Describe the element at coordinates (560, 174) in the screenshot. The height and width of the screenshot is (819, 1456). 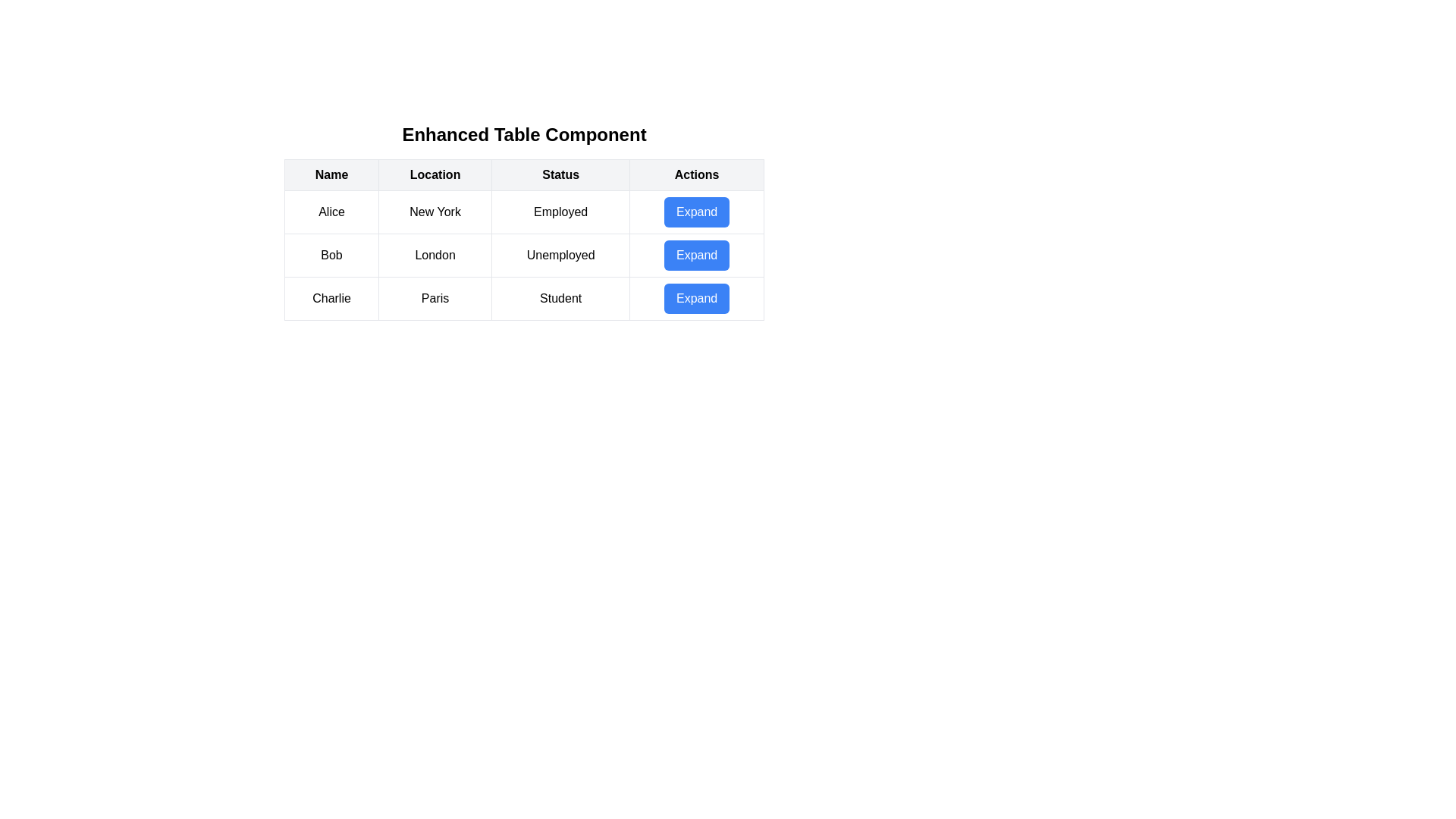
I see `the 'Status' header cell in the table, which is styled with centered bold typography and is the third column header between 'Location' and 'Actions'` at that location.